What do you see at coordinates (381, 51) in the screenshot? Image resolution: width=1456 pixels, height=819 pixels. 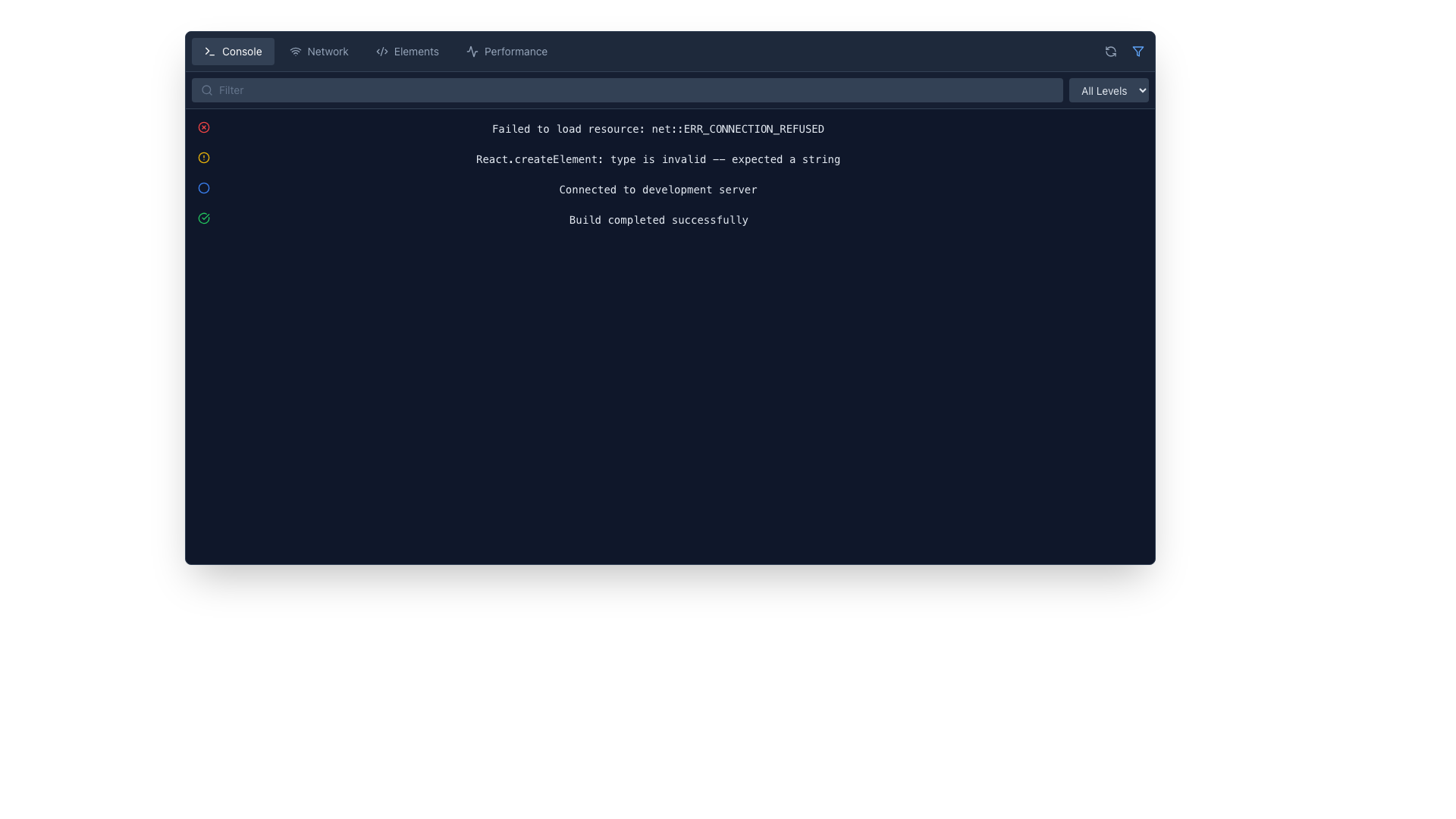 I see `the code-related feature icon located` at bounding box center [381, 51].